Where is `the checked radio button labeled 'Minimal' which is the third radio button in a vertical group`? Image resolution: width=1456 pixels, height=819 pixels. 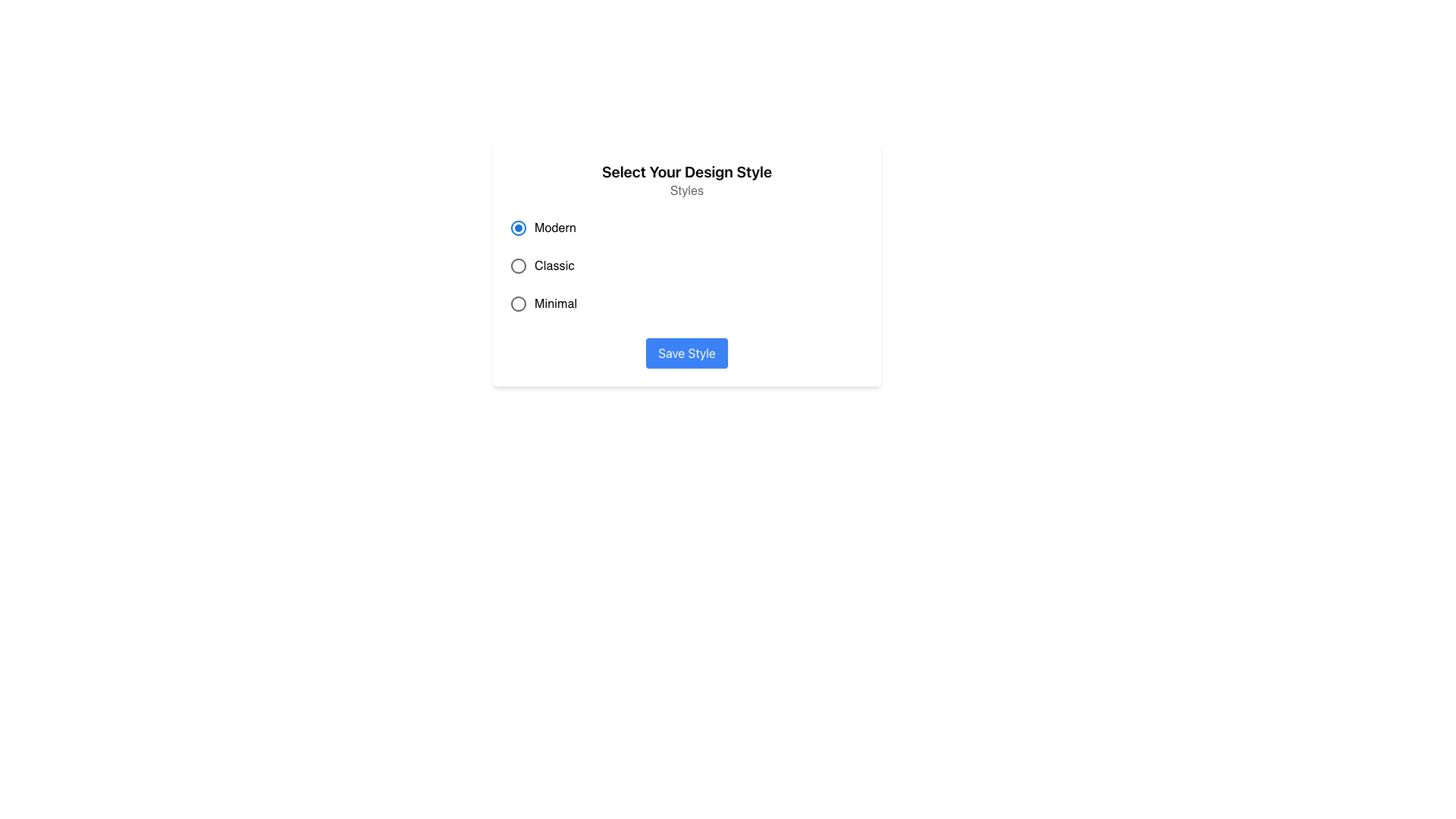
the checked radio button labeled 'Minimal' which is the third radio button in a vertical group is located at coordinates (519, 304).